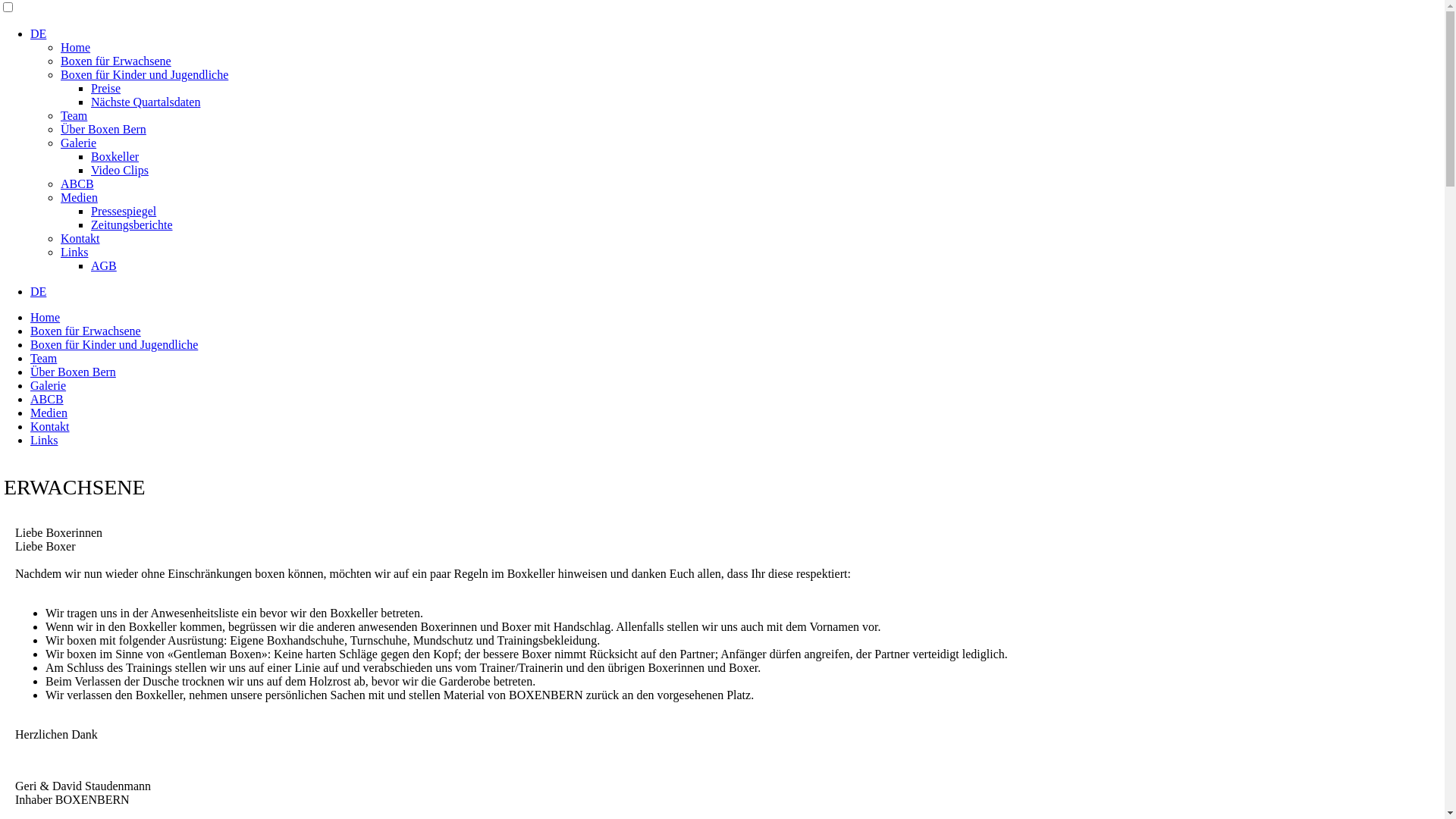 Image resolution: width=1456 pixels, height=819 pixels. What do you see at coordinates (119, 170) in the screenshot?
I see `'Video Clips'` at bounding box center [119, 170].